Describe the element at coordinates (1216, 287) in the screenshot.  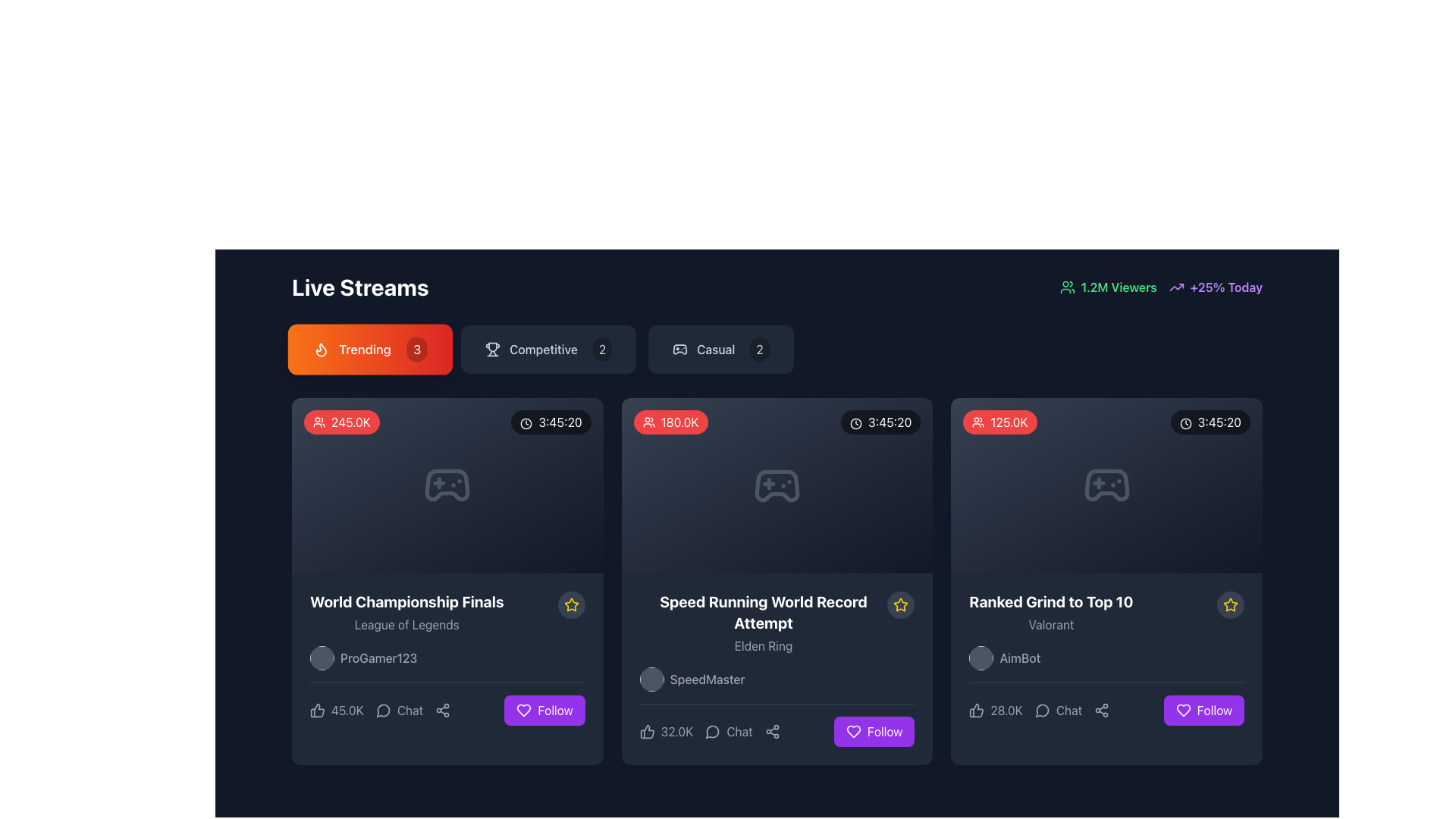
I see `the text with an icon indicating statistical growth, located in the top-right corner of the interface, next to the '1.2M Viewers' element` at that location.